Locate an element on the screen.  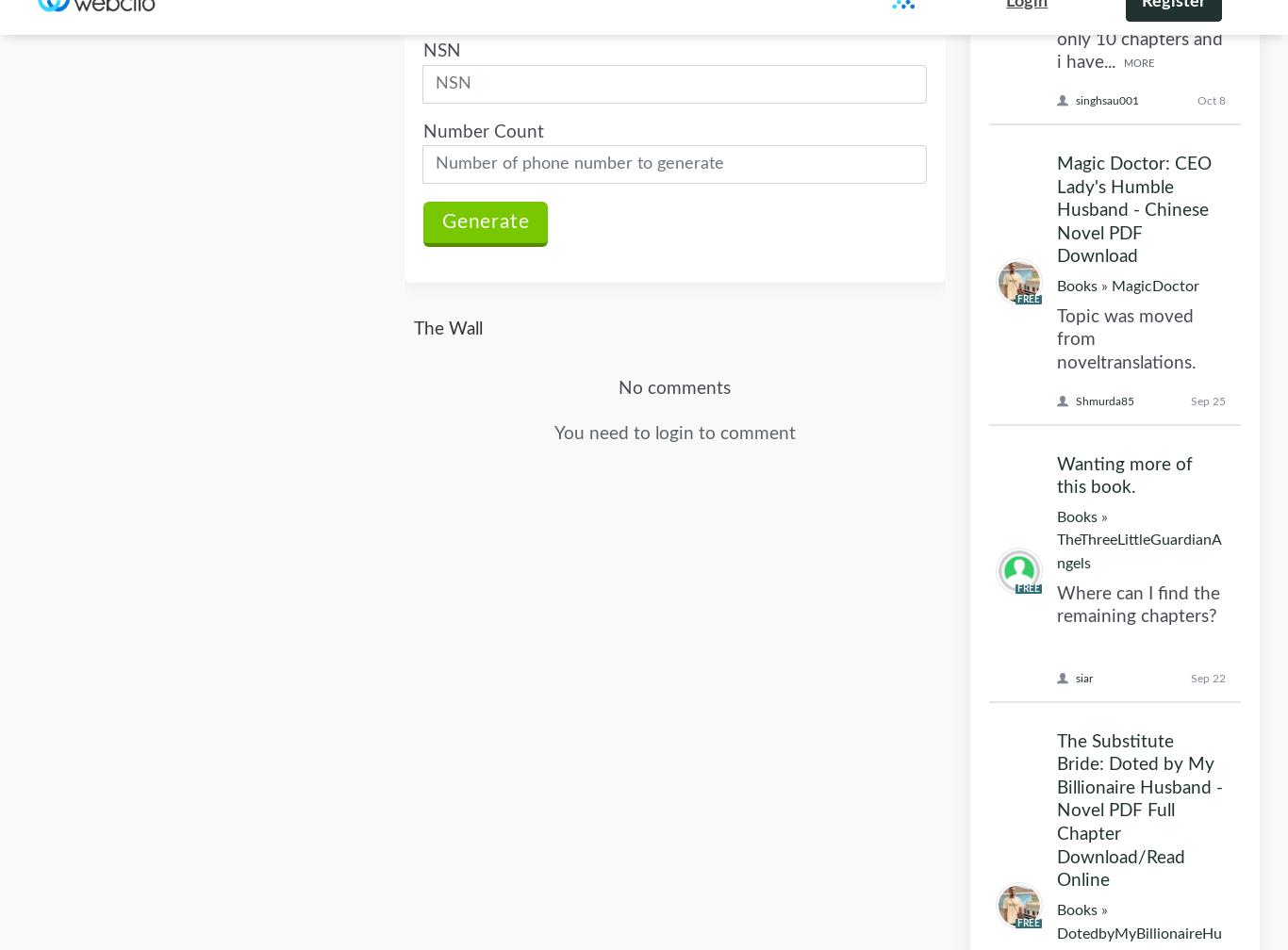
'Books' is located at coordinates (1077, 314).